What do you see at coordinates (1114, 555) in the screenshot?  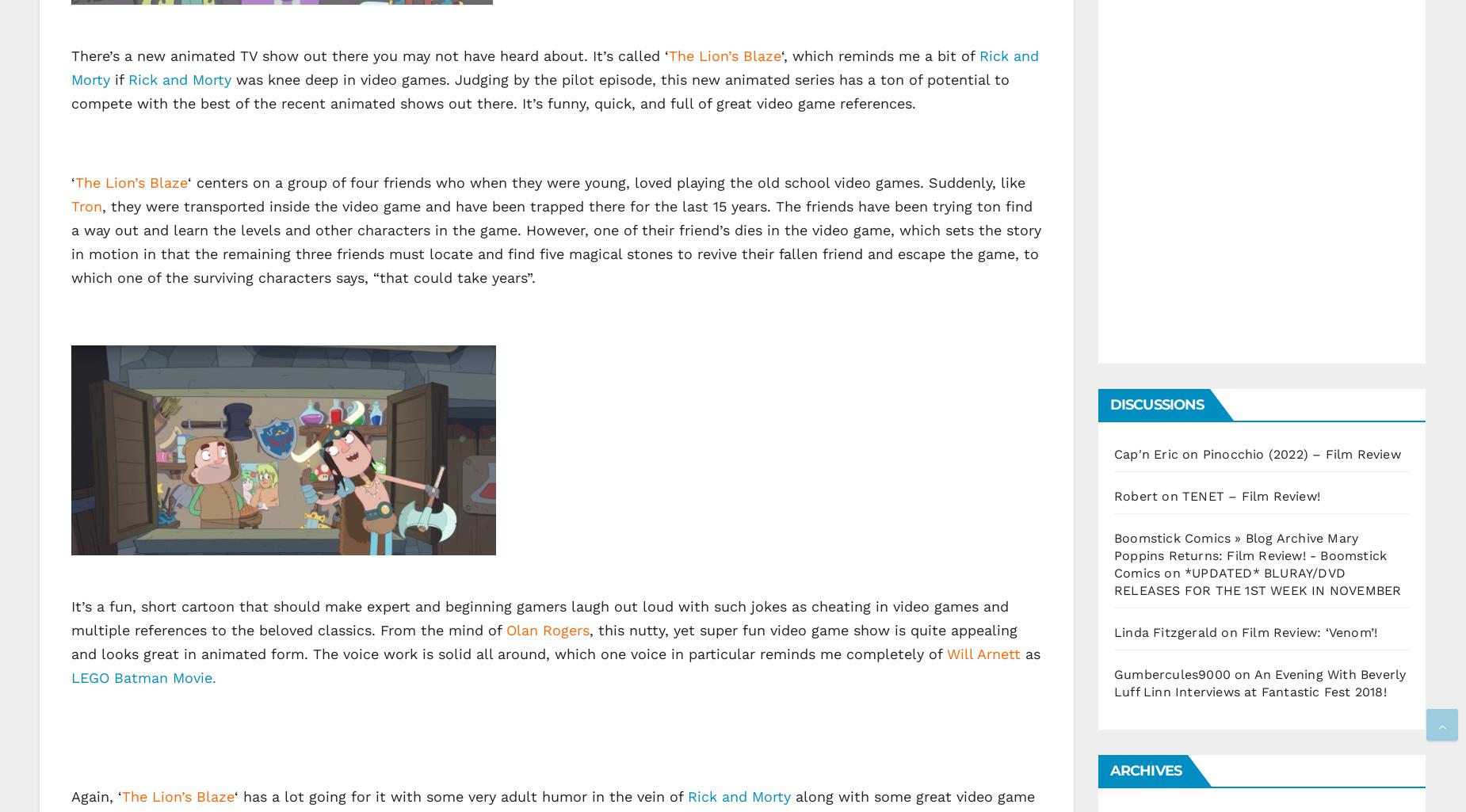 I see `'Boomstick Comics » Blog Archive Mary Poppins Returns: Film Review! - Boomstick Comics'` at bounding box center [1114, 555].